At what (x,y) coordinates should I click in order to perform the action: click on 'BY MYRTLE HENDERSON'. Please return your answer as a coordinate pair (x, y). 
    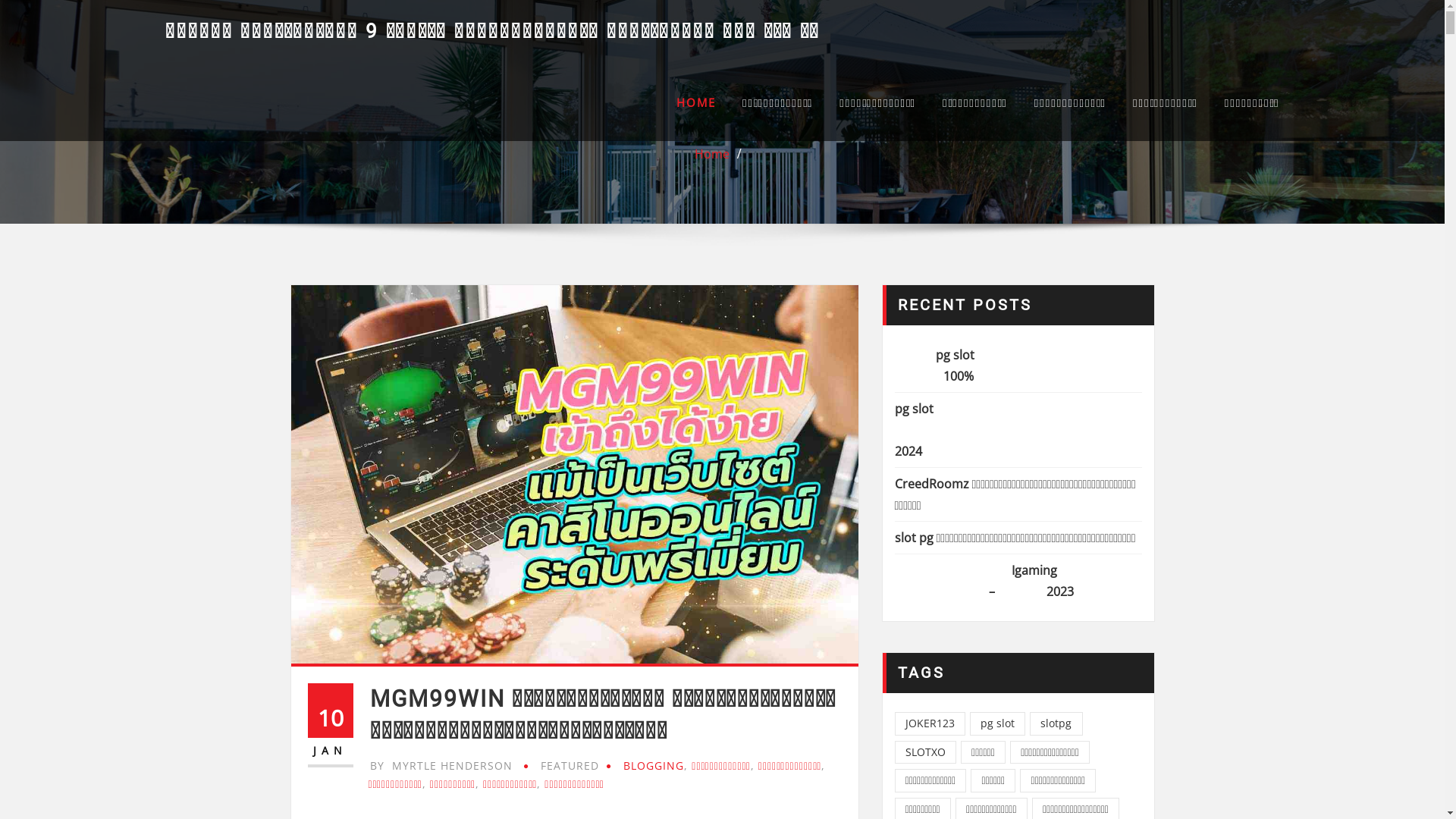
    Looking at the image, I should click on (440, 766).